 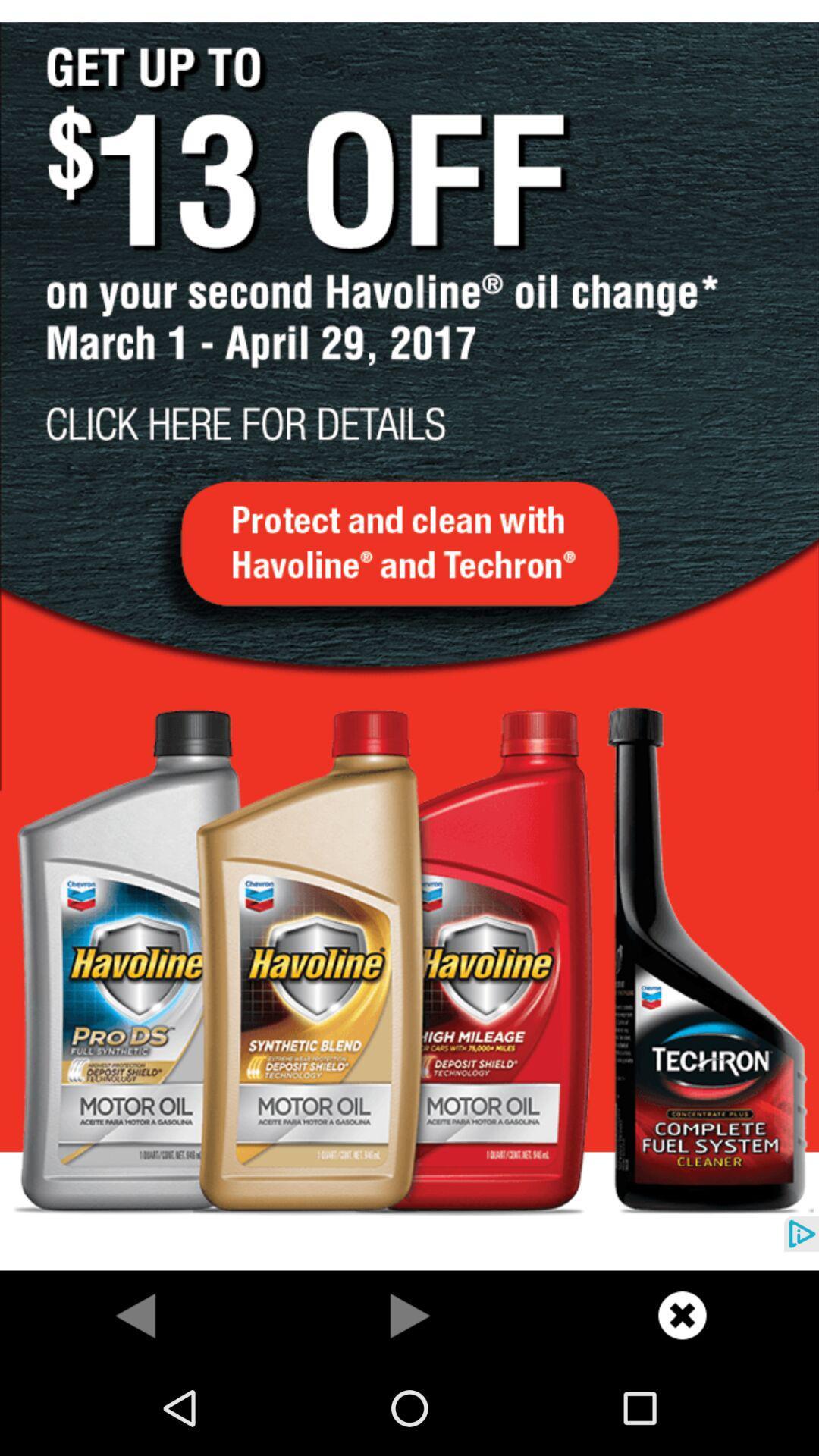 What do you see at coordinates (409, 635) in the screenshot?
I see `motor oil details` at bounding box center [409, 635].